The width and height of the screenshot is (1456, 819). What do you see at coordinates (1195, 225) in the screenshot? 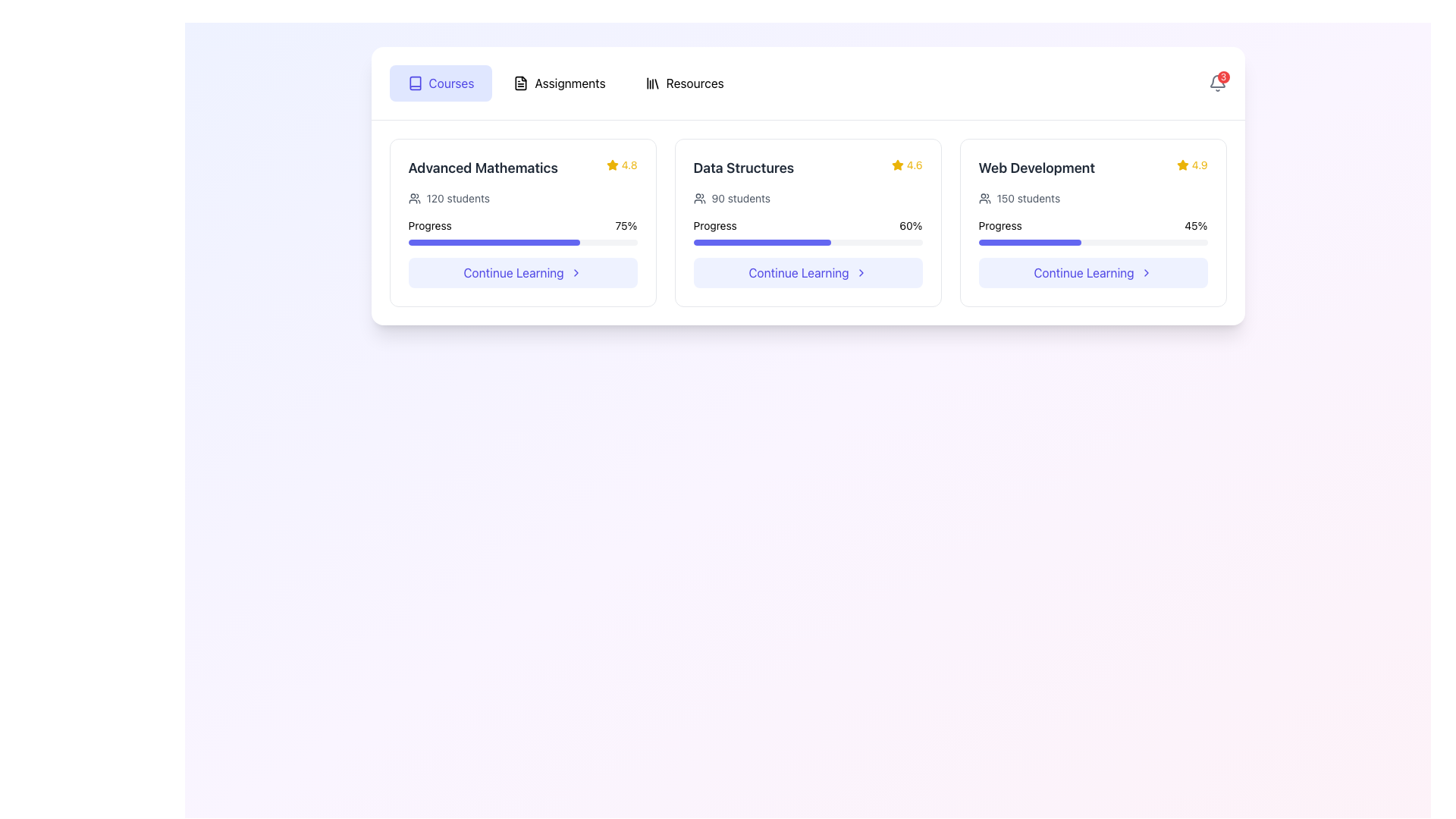
I see `text displayed in the bold label indicating progress, which shows '45%' near the progress bar in the Web Development section` at bounding box center [1195, 225].